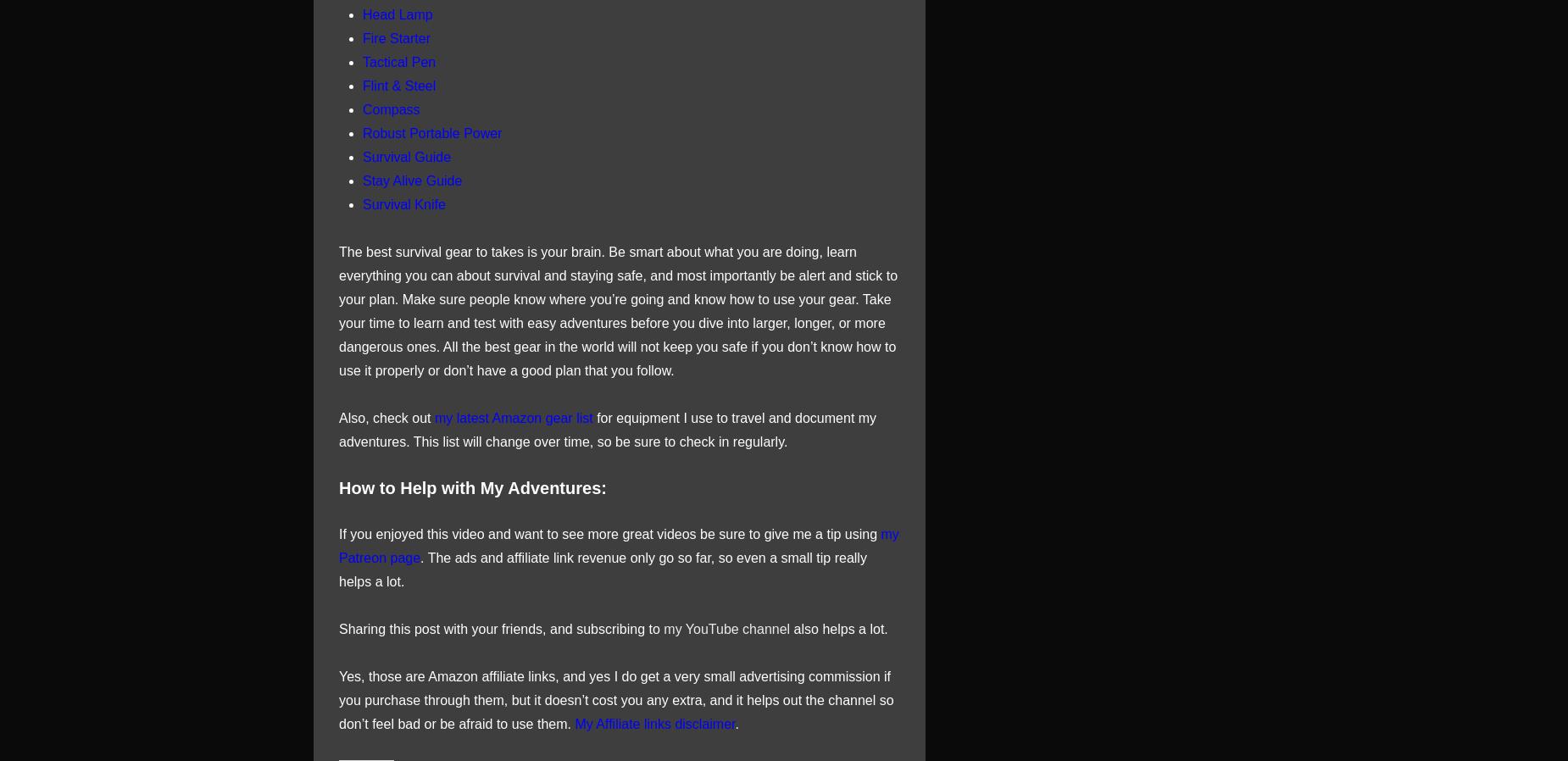 The image size is (1568, 761). What do you see at coordinates (608, 428) in the screenshot?
I see `'for equipment I use to travel and document my adventures. This list will change over time, so be sure to check in regularly.'` at bounding box center [608, 428].